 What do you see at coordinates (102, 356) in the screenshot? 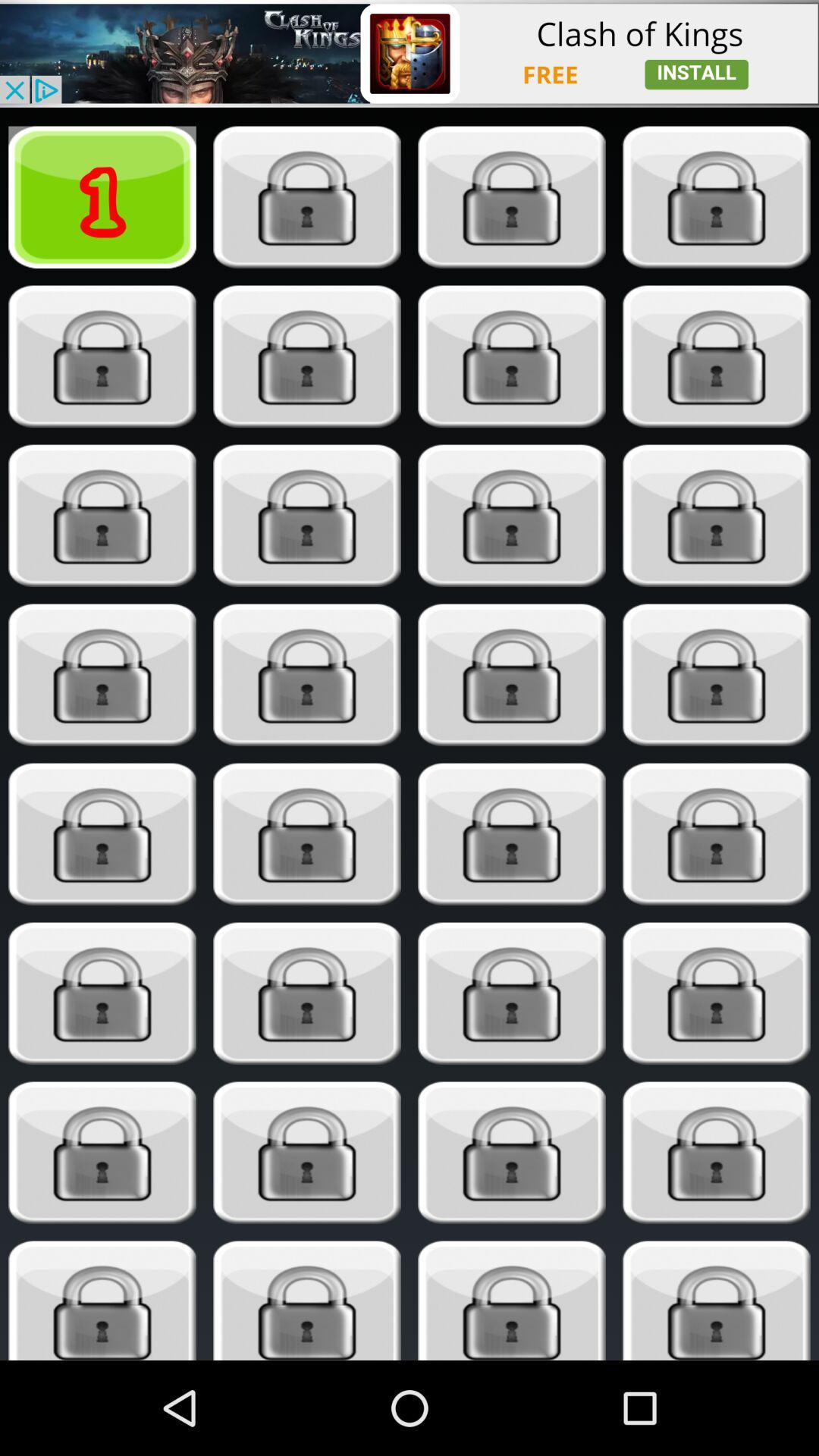
I see `unlock level` at bounding box center [102, 356].